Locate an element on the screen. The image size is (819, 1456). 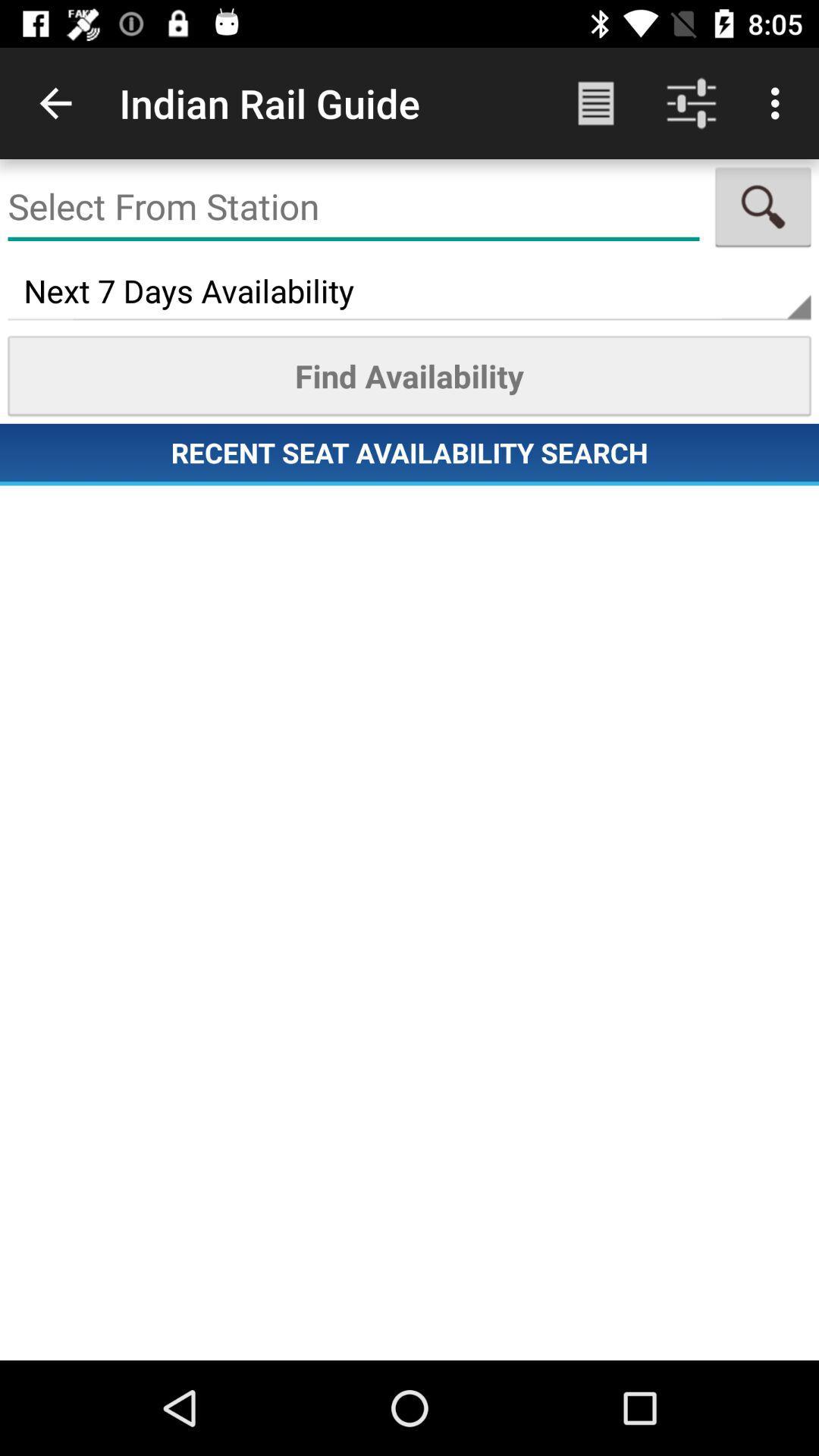
the item above recent seat availability icon is located at coordinates (409, 375).